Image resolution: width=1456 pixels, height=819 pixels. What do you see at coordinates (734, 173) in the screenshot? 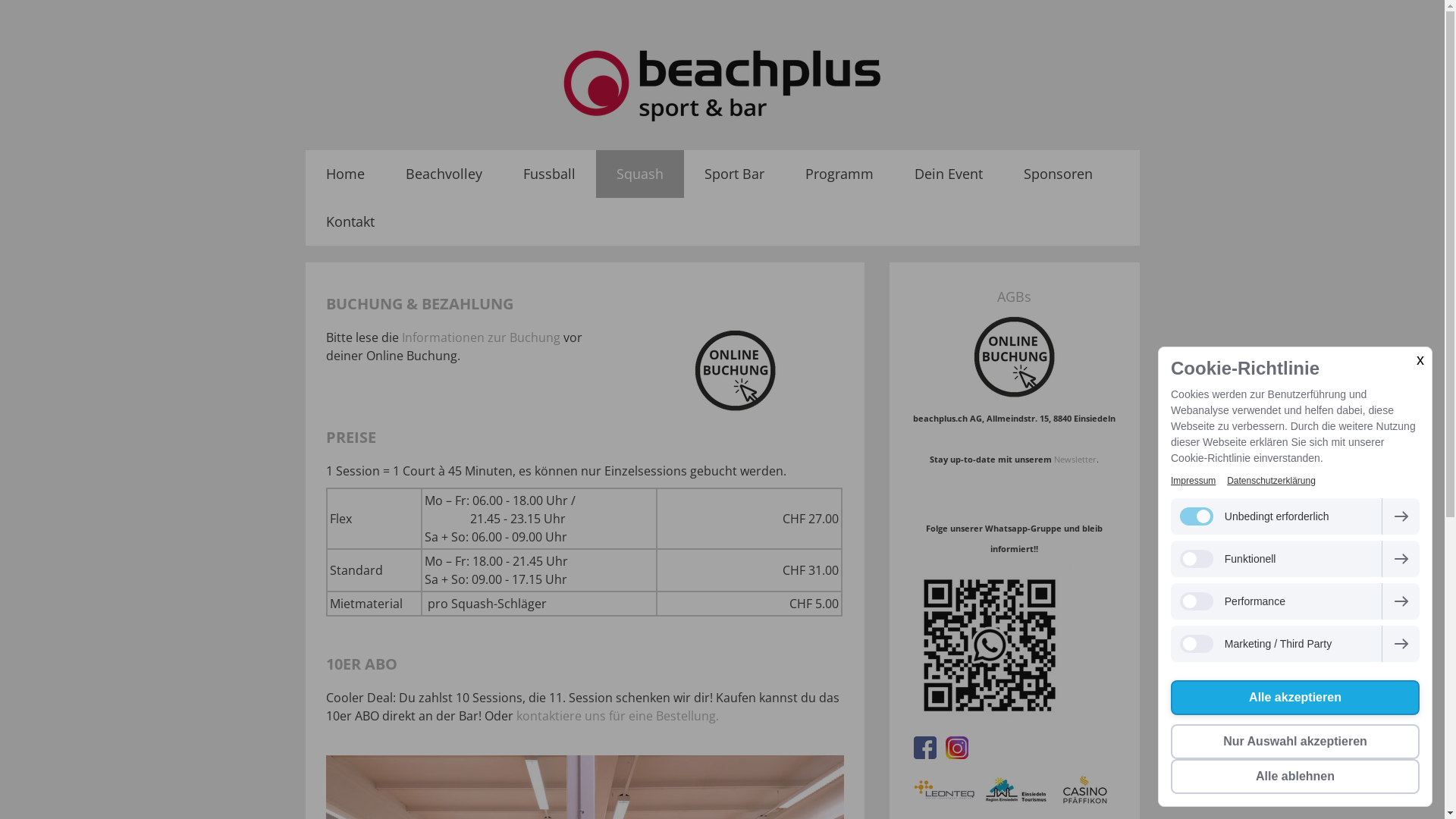
I see `'Sport Bar'` at bounding box center [734, 173].